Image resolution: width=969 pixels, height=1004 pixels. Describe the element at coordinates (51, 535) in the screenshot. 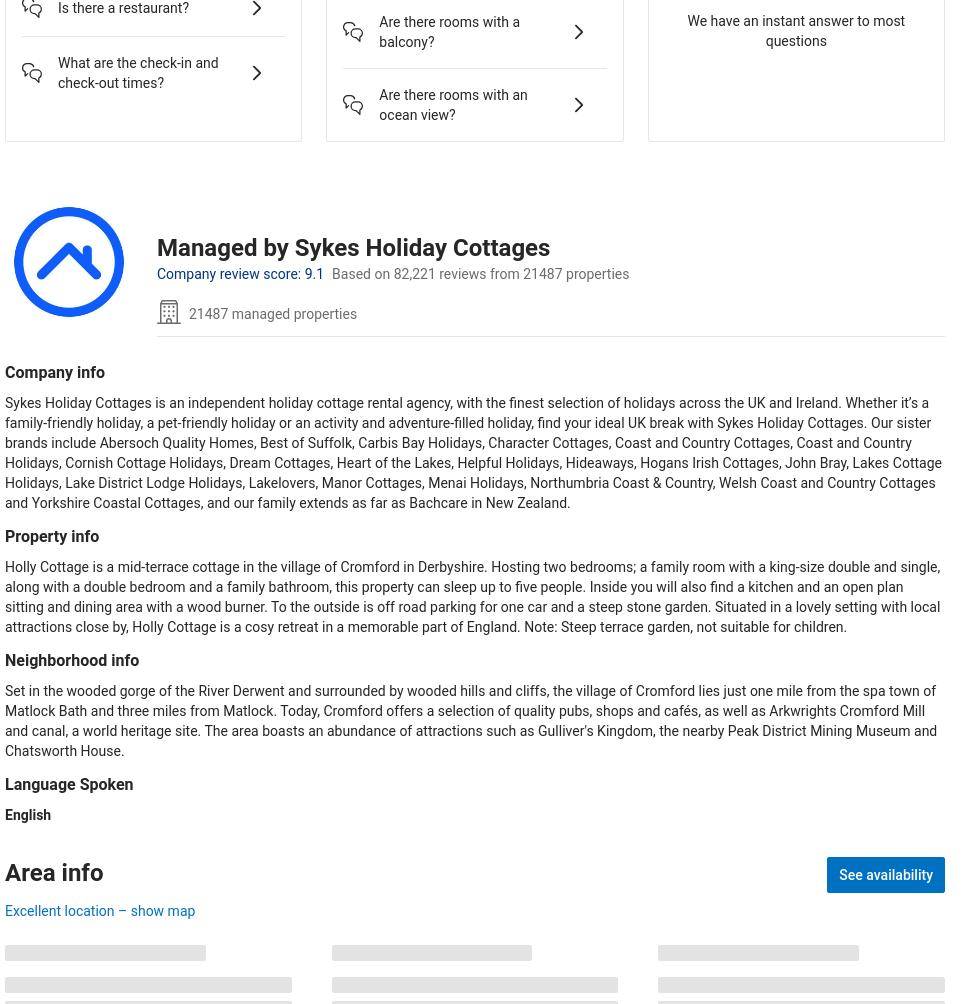

I see `'Property info'` at that location.